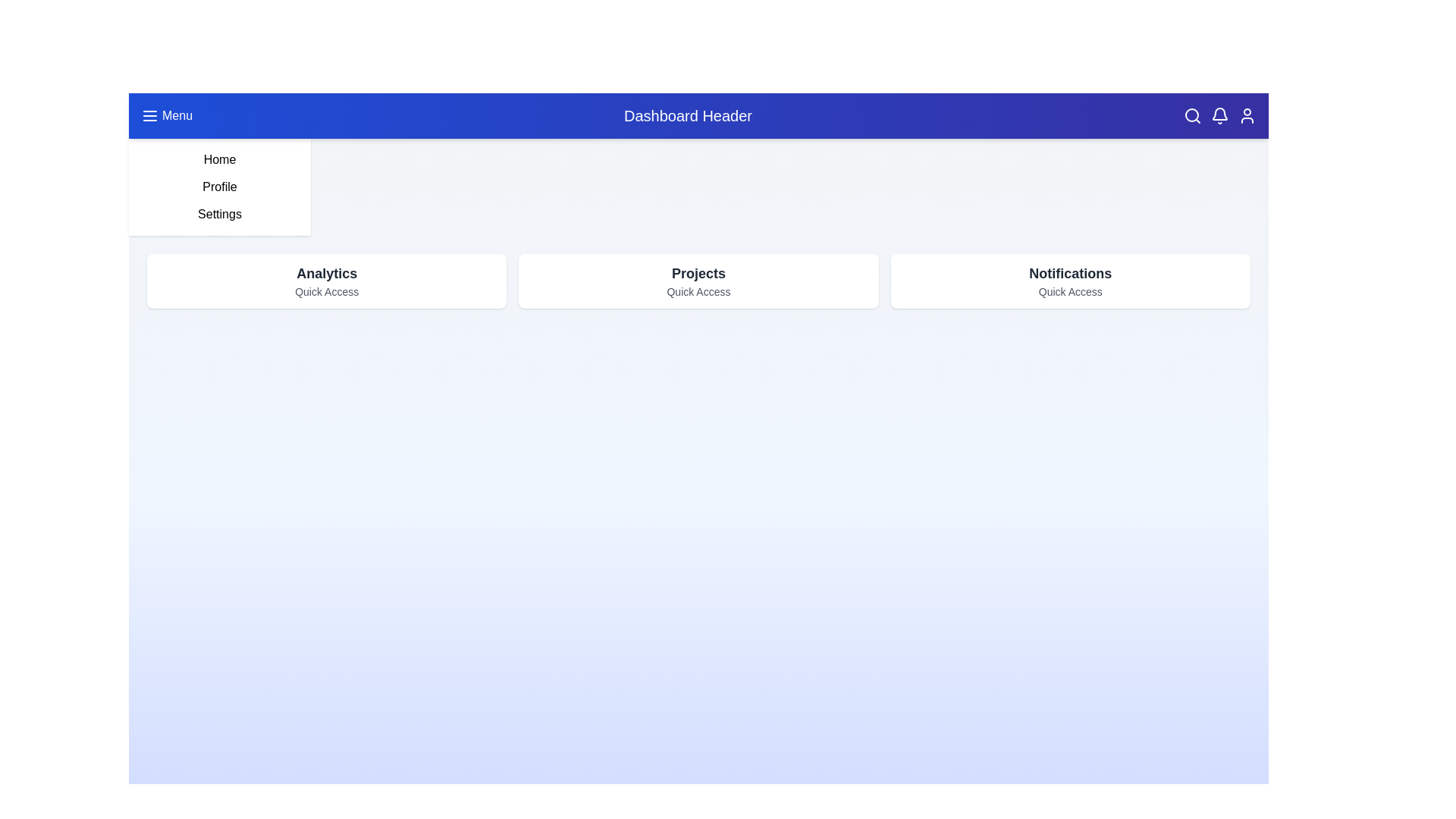 Image resolution: width=1456 pixels, height=819 pixels. Describe the element at coordinates (1219, 115) in the screenshot. I see `the notifications button` at that location.